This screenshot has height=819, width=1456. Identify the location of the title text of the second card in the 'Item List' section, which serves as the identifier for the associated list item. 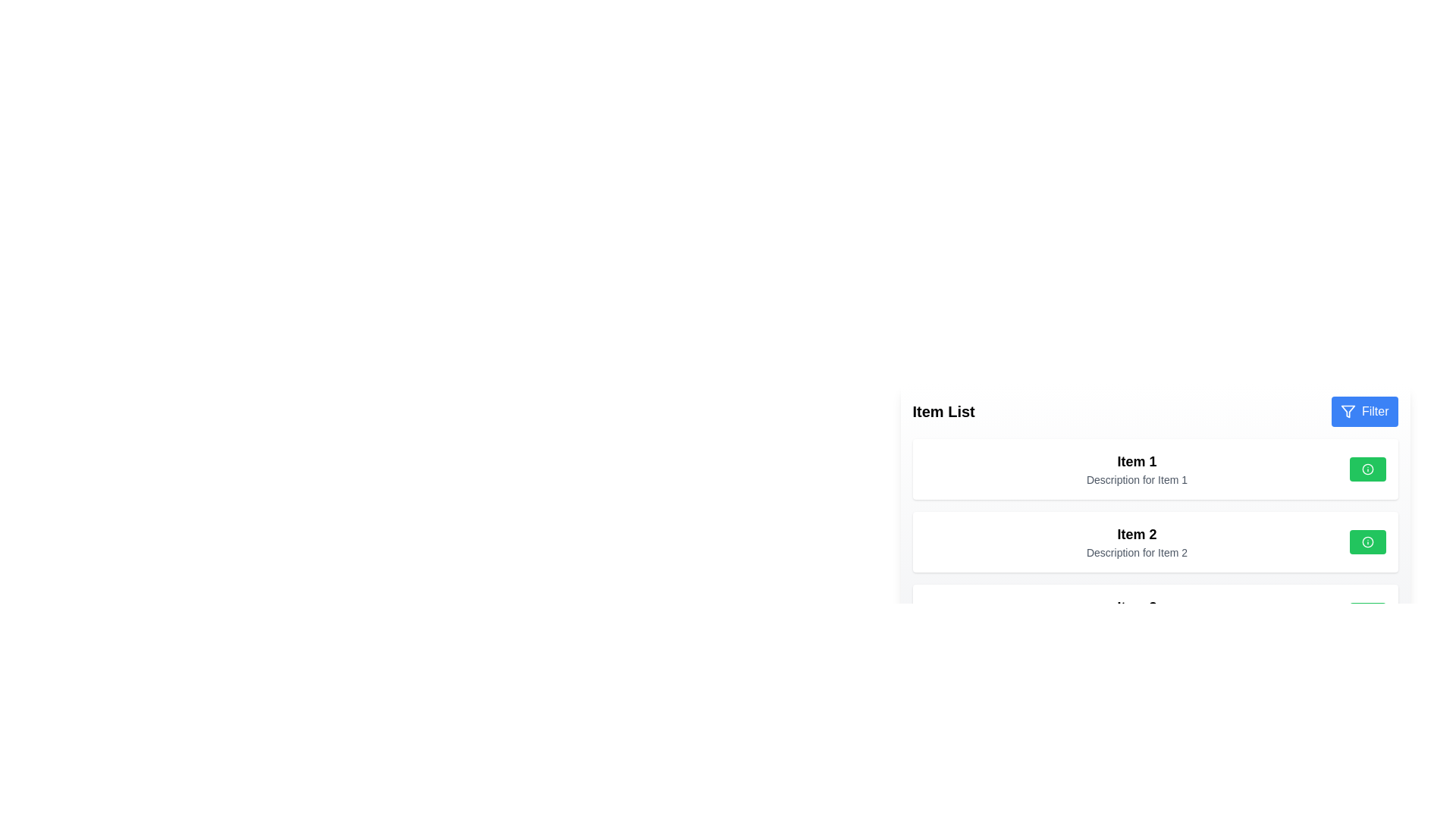
(1137, 534).